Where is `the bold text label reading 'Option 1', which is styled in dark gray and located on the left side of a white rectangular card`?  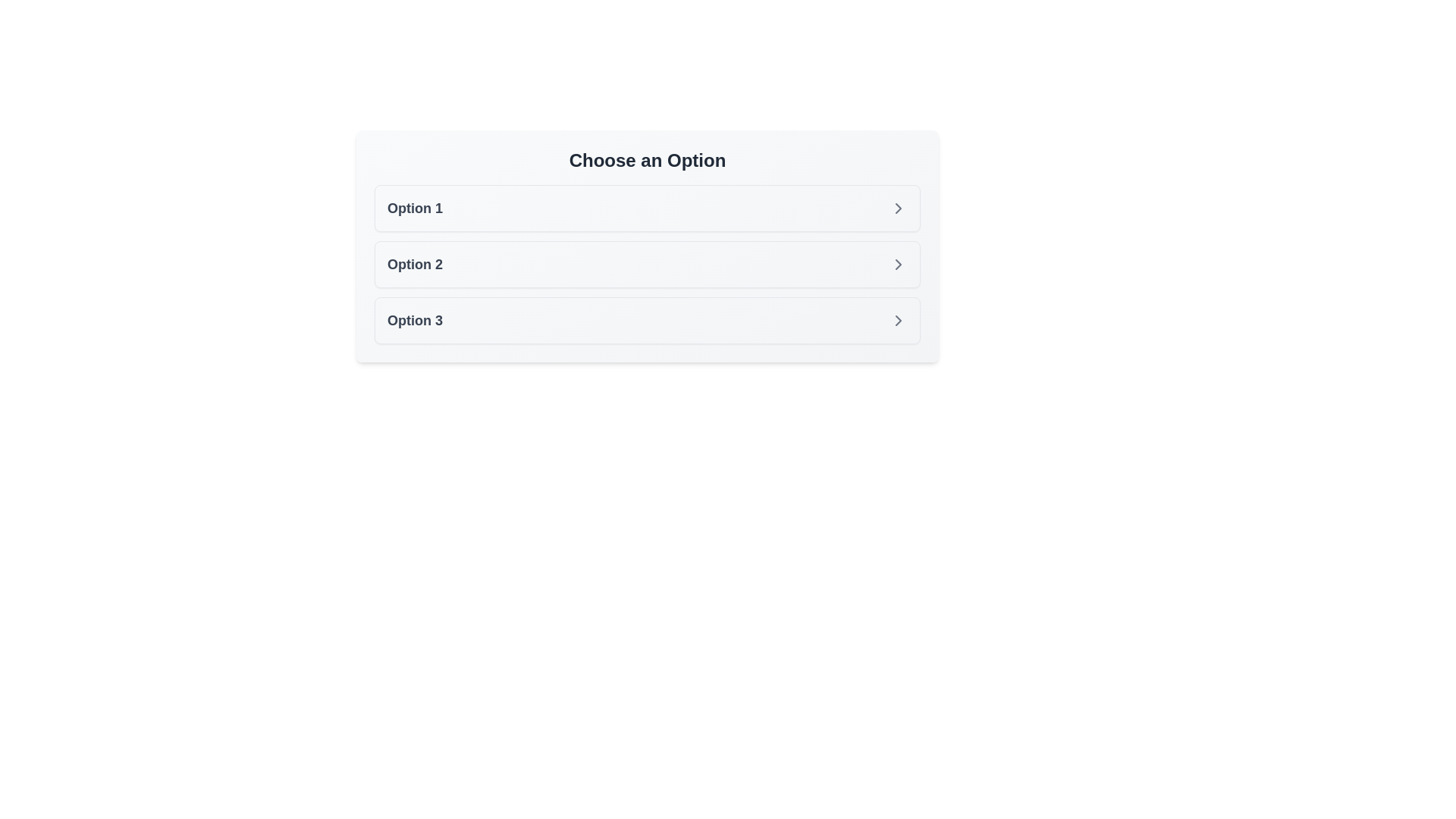 the bold text label reading 'Option 1', which is styled in dark gray and located on the left side of a white rectangular card is located at coordinates (415, 208).